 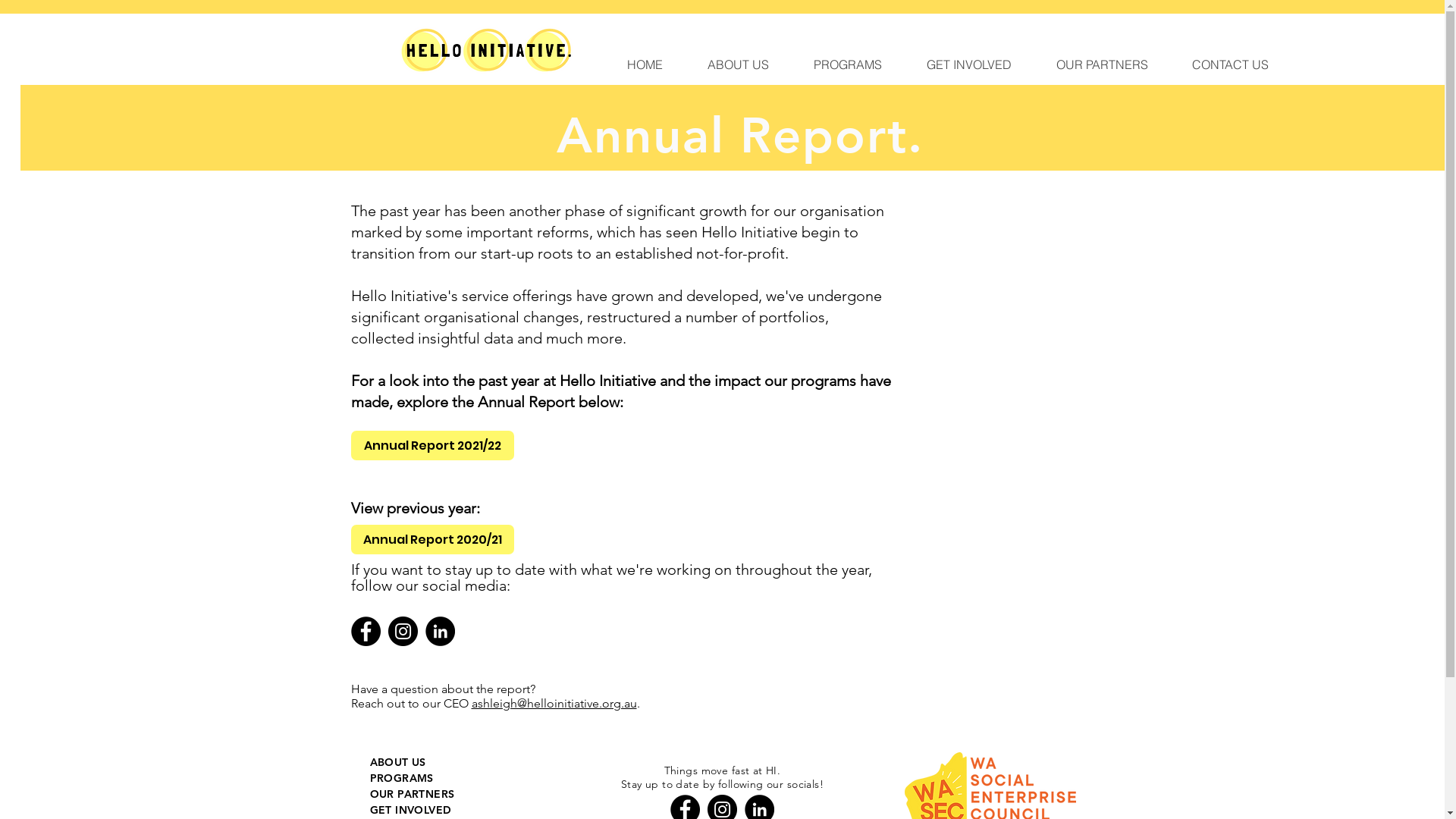 I want to click on 'PROGRAMS', so click(x=401, y=778).